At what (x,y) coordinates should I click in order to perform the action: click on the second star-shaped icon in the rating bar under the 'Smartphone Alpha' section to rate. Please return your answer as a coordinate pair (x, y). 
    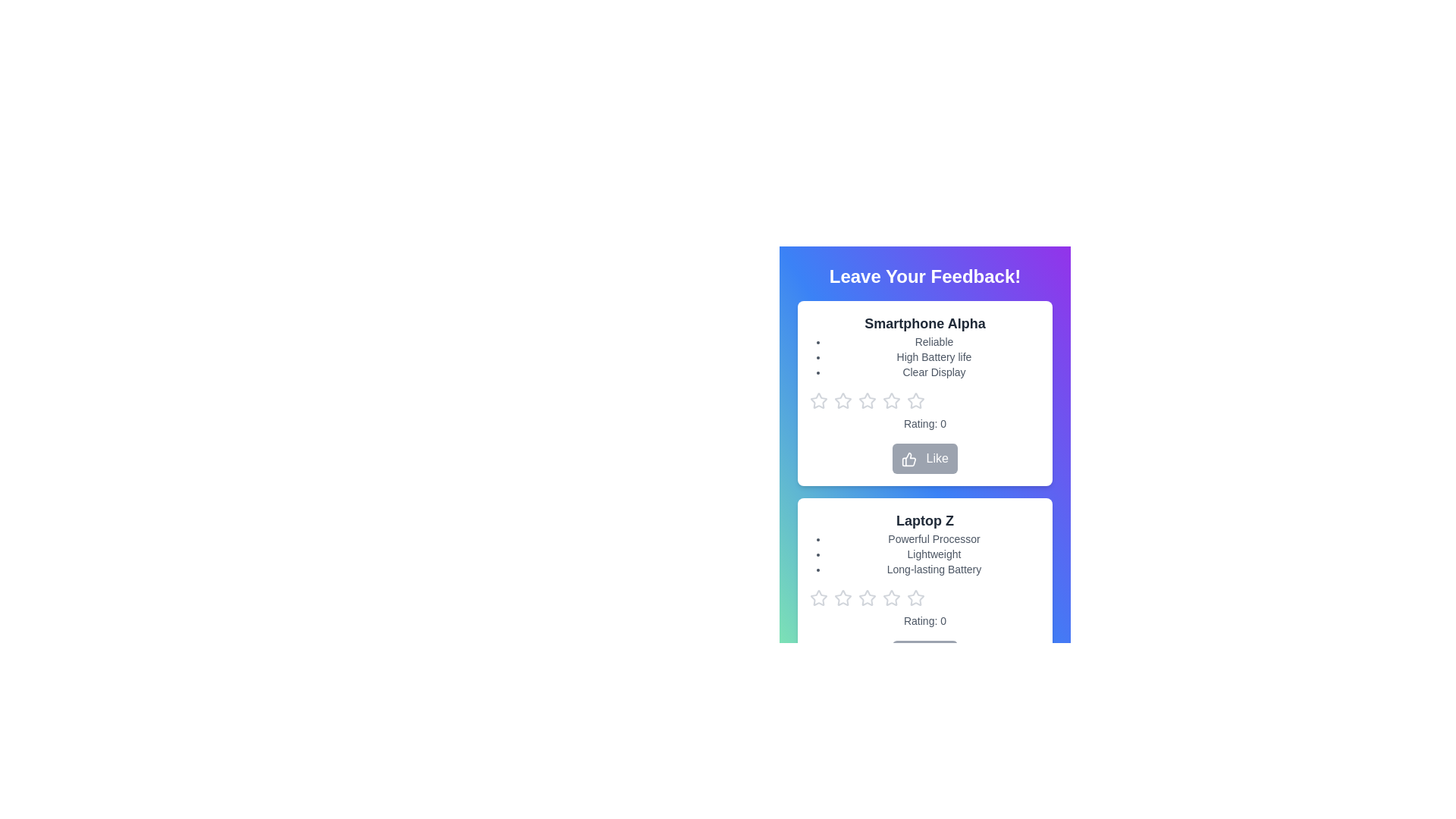
    Looking at the image, I should click on (866, 400).